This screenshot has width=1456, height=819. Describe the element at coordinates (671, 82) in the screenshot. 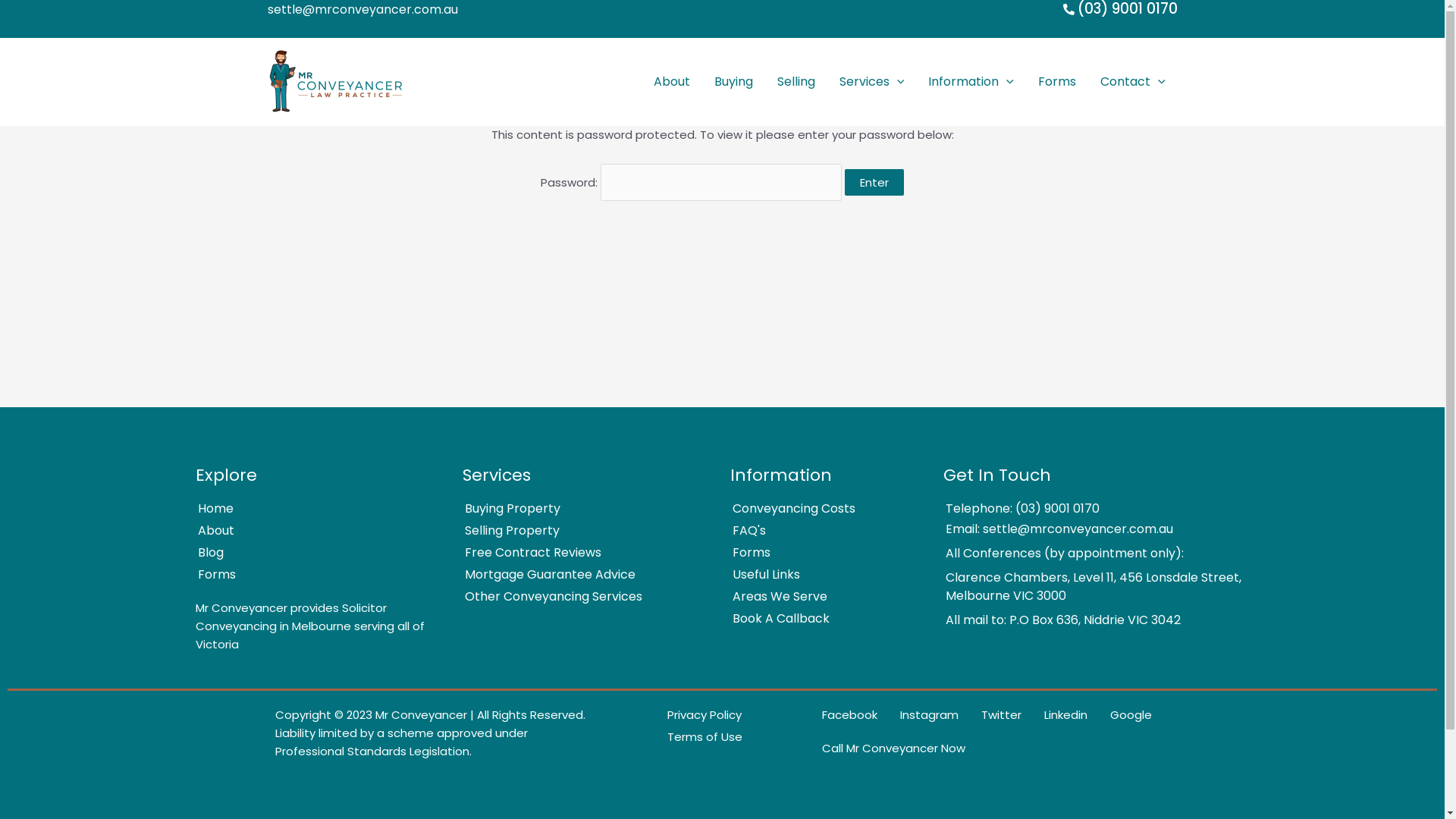

I see `'About'` at that location.